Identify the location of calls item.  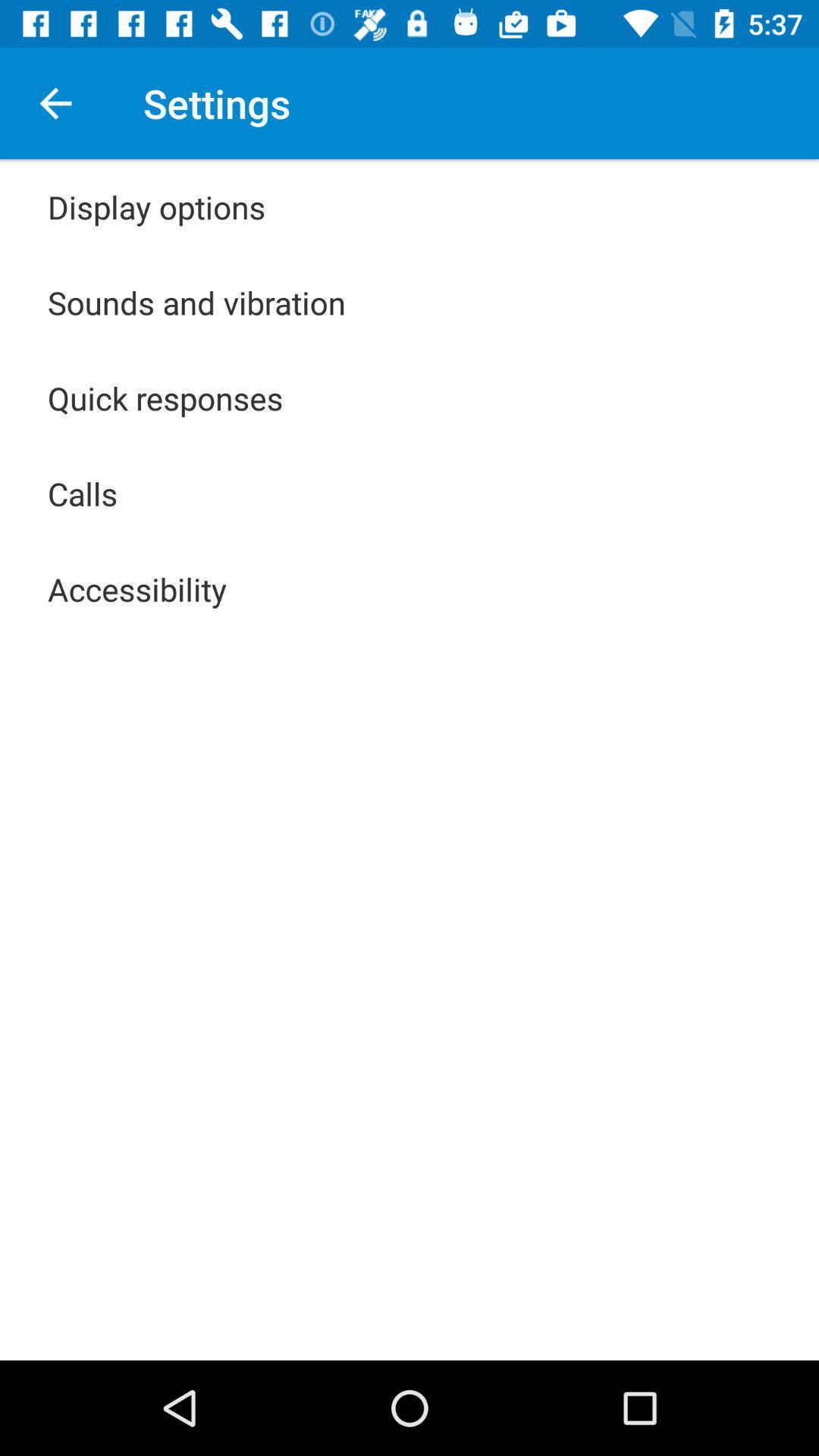
(83, 494).